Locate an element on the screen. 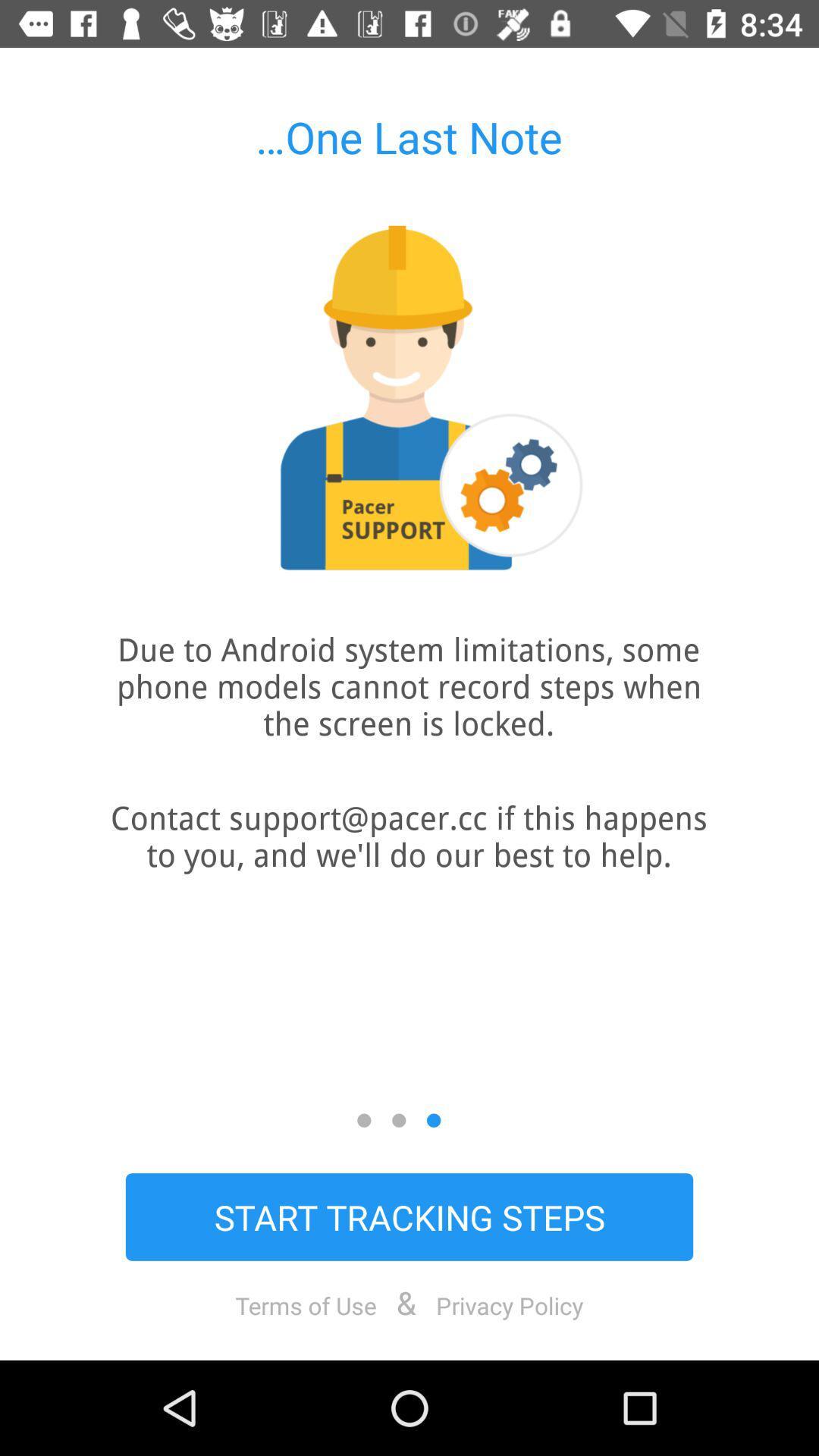  the terms of use item is located at coordinates (306, 1304).